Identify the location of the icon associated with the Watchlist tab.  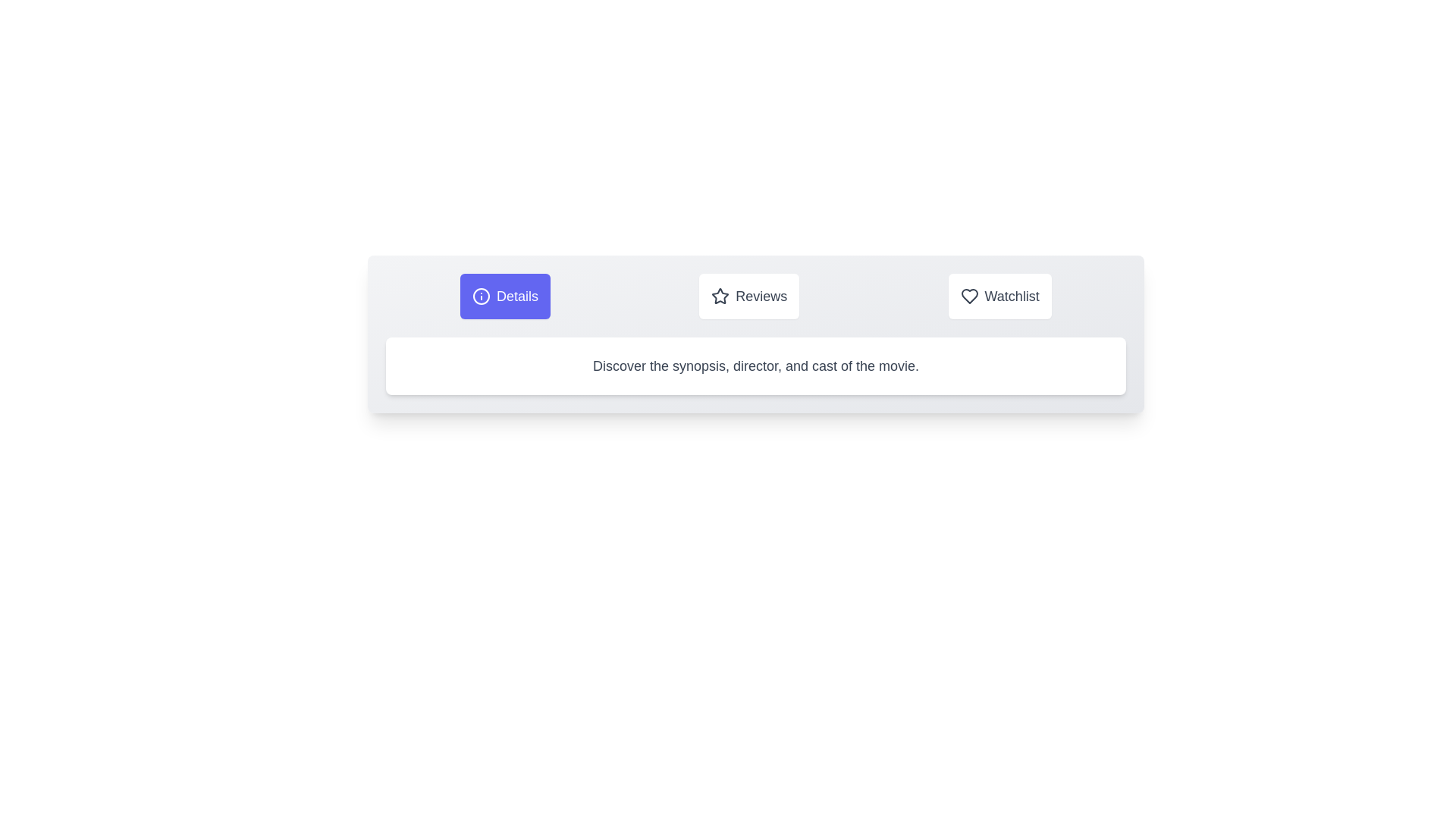
(968, 296).